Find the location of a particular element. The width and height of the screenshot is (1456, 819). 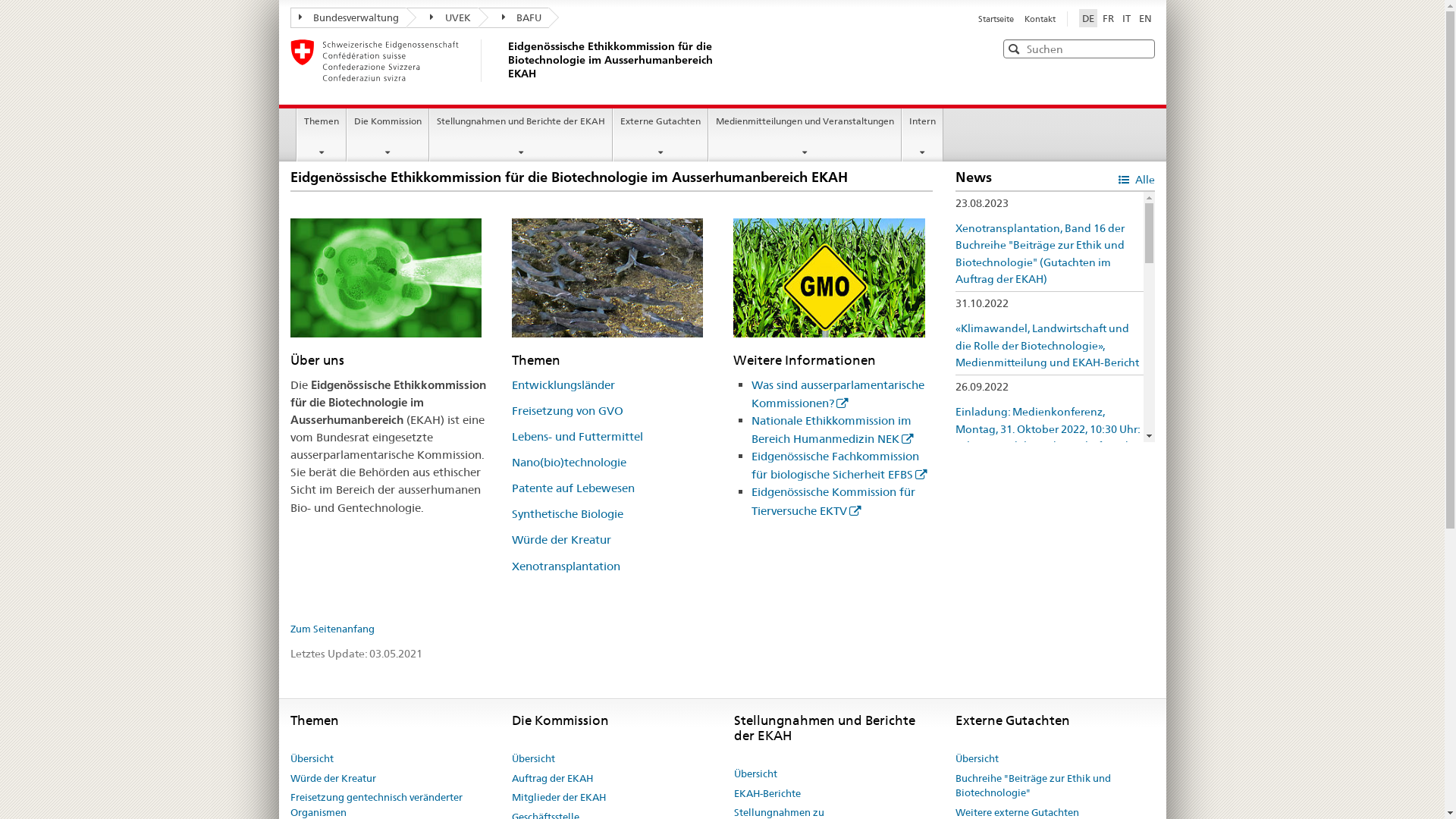

'Themen' is located at coordinates (320, 133).